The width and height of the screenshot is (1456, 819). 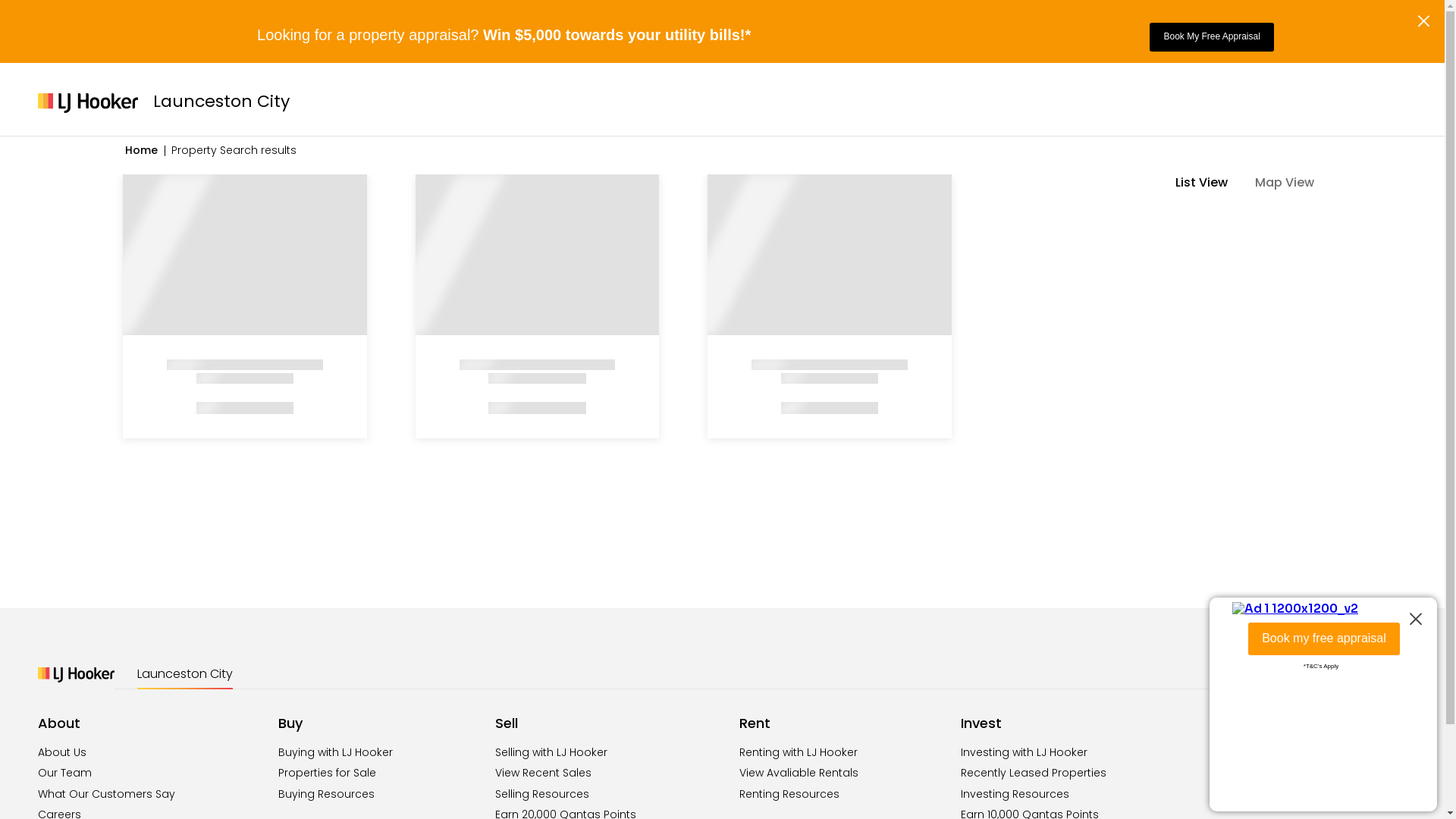 I want to click on 'Investing Resources', so click(x=1015, y=792).